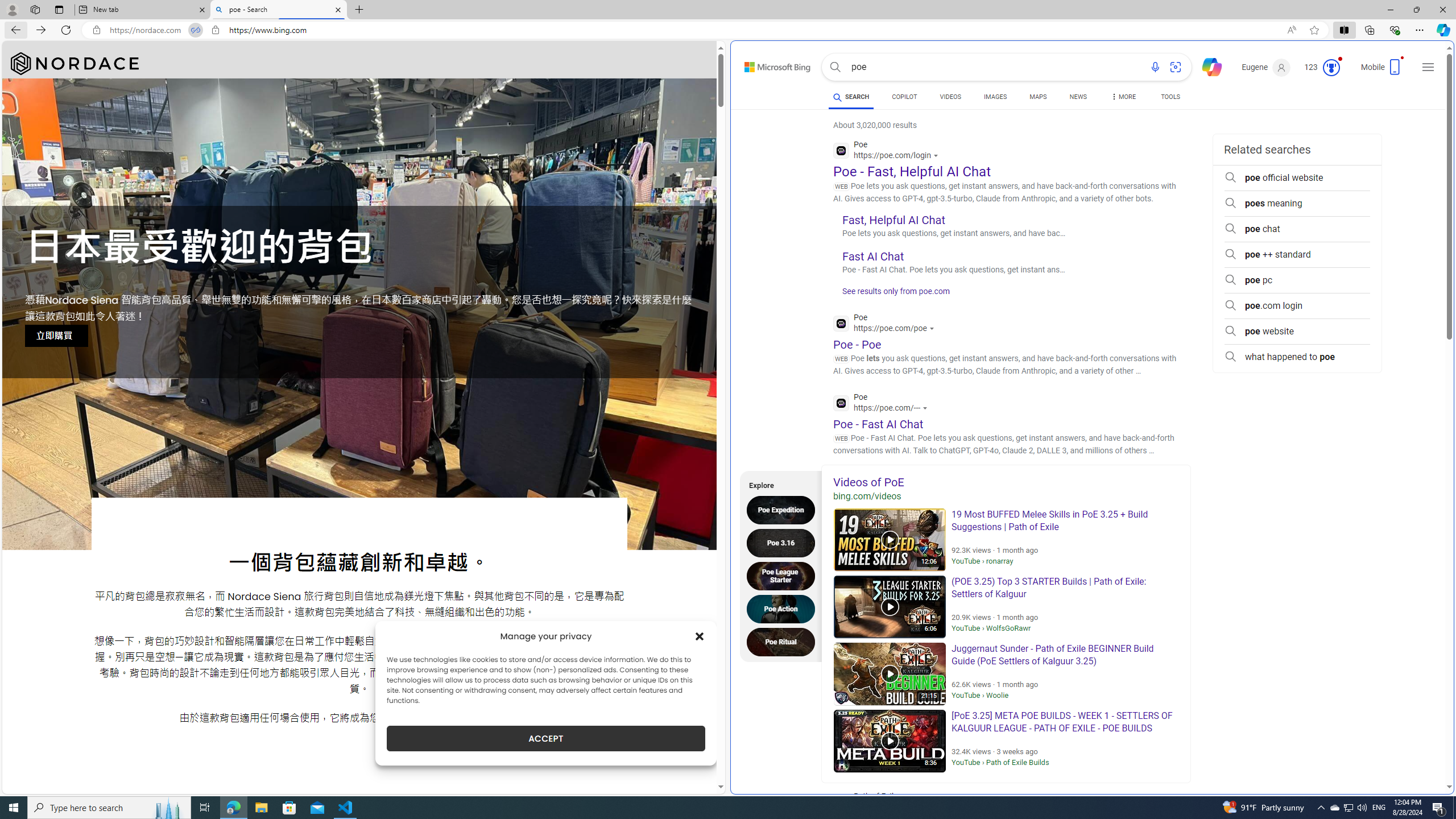  Describe the element at coordinates (1038, 98) in the screenshot. I see `'MAPS'` at that location.